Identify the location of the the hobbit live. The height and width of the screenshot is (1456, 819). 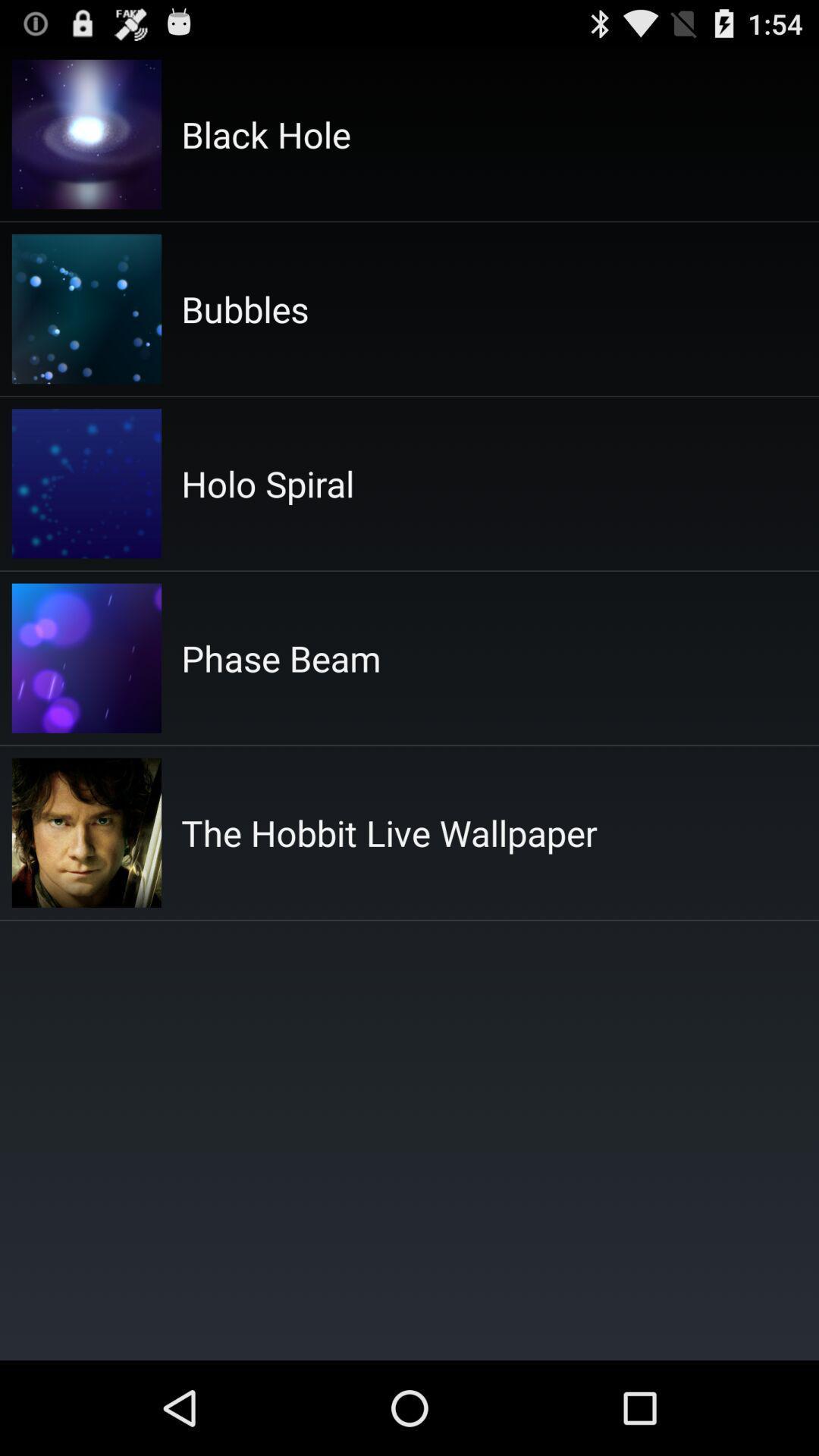
(388, 832).